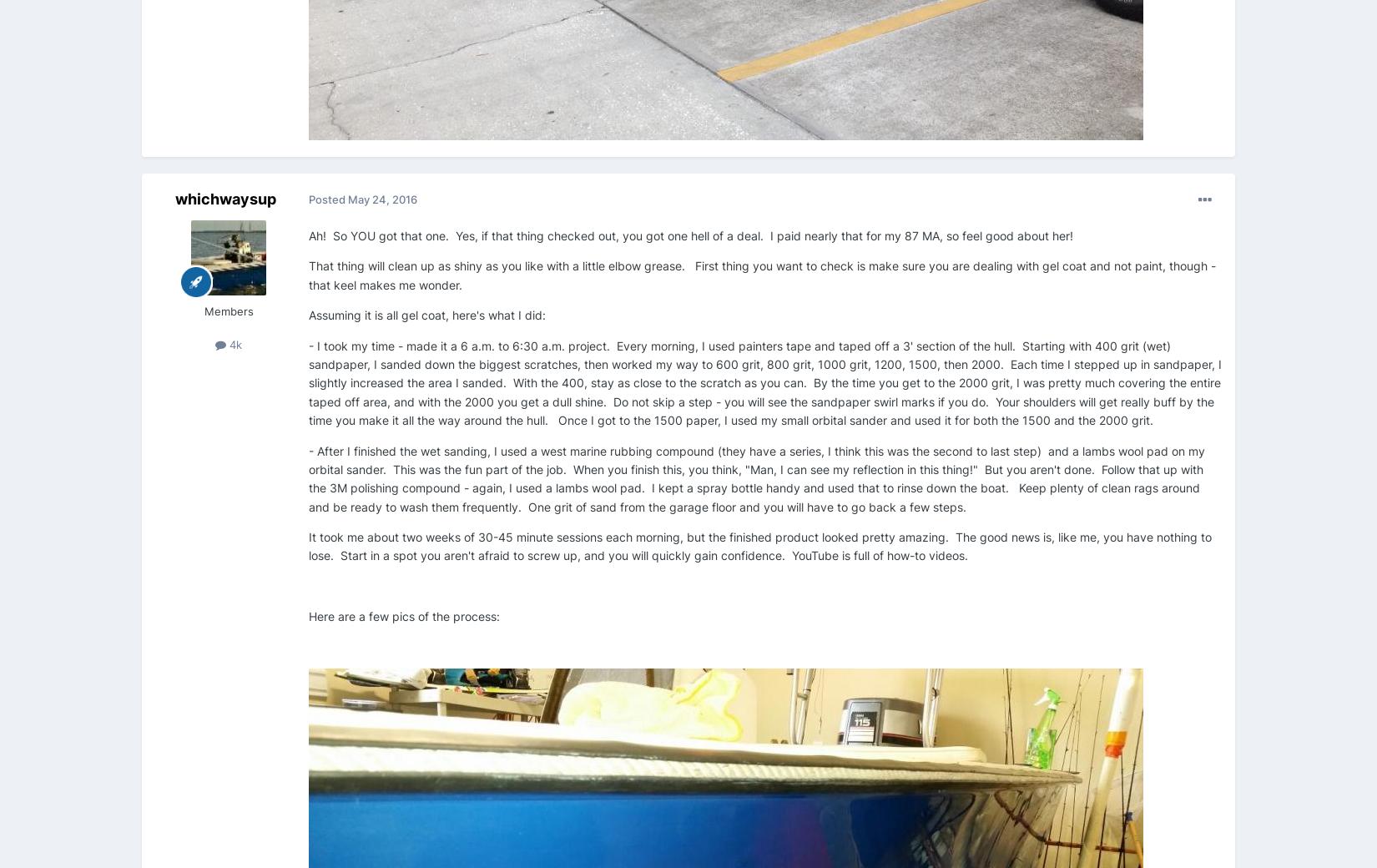 Image resolution: width=1377 pixels, height=868 pixels. I want to click on 'May 24, 2016', so click(346, 199).